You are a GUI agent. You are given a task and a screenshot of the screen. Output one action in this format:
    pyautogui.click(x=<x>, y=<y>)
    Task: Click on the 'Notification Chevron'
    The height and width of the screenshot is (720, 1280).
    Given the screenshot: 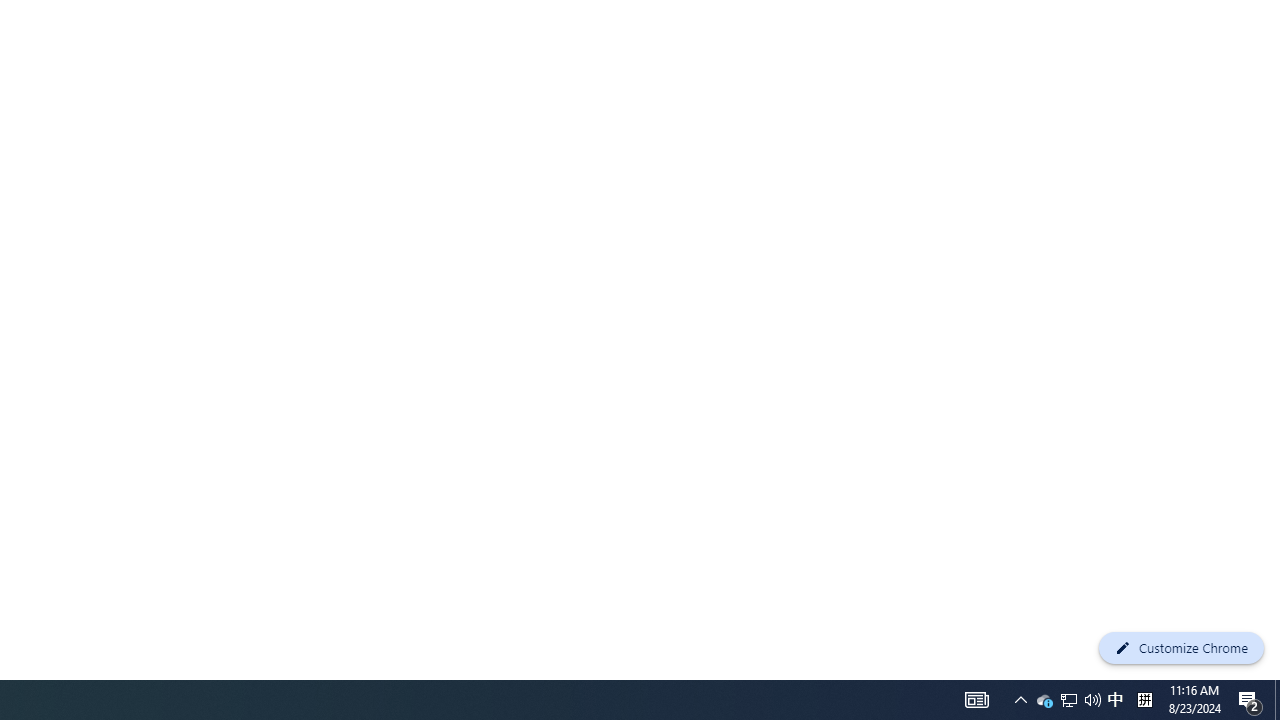 What is the action you would take?
    pyautogui.click(x=1068, y=698)
    